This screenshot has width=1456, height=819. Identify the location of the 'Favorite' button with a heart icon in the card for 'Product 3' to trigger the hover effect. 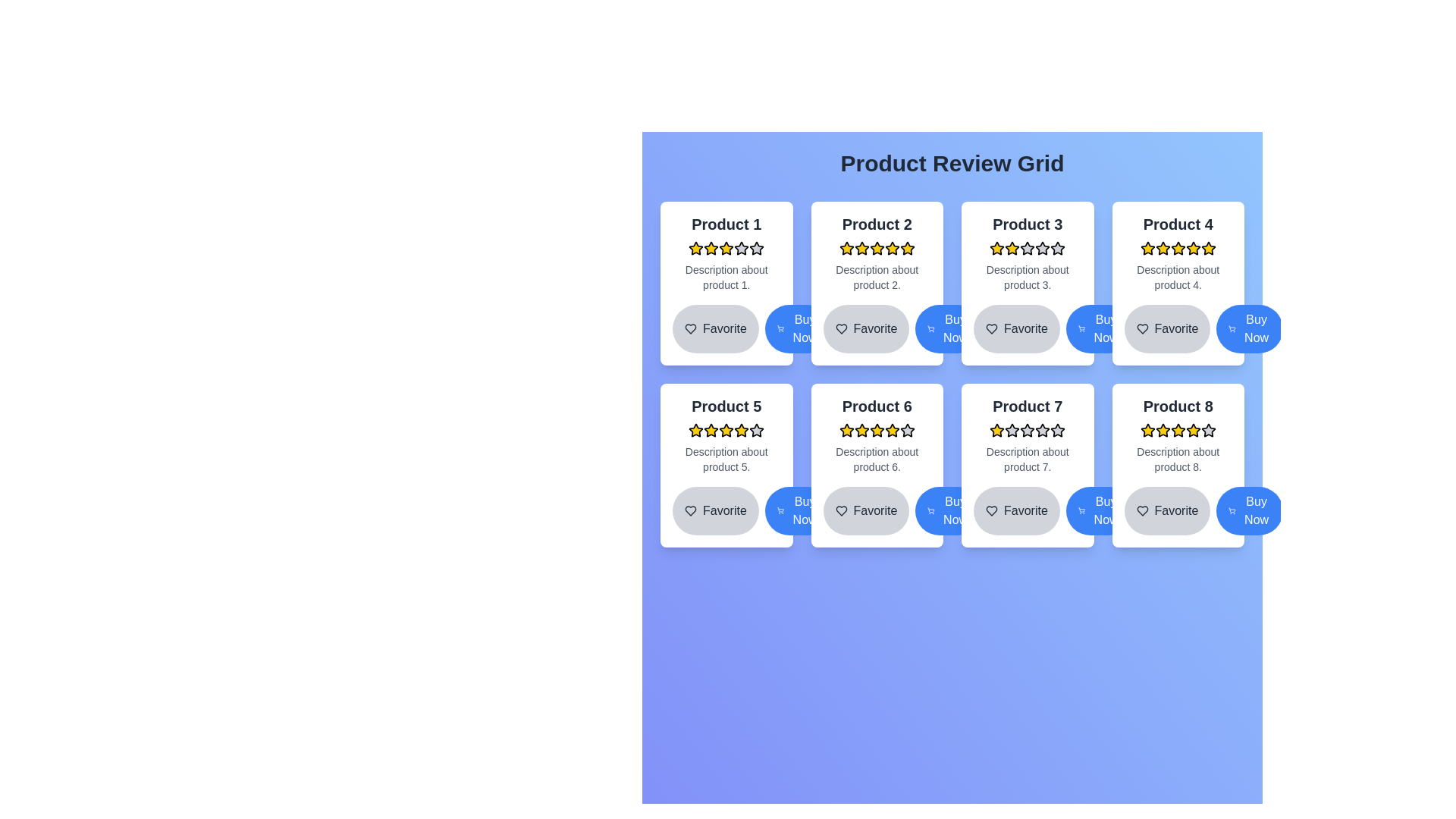
(1028, 328).